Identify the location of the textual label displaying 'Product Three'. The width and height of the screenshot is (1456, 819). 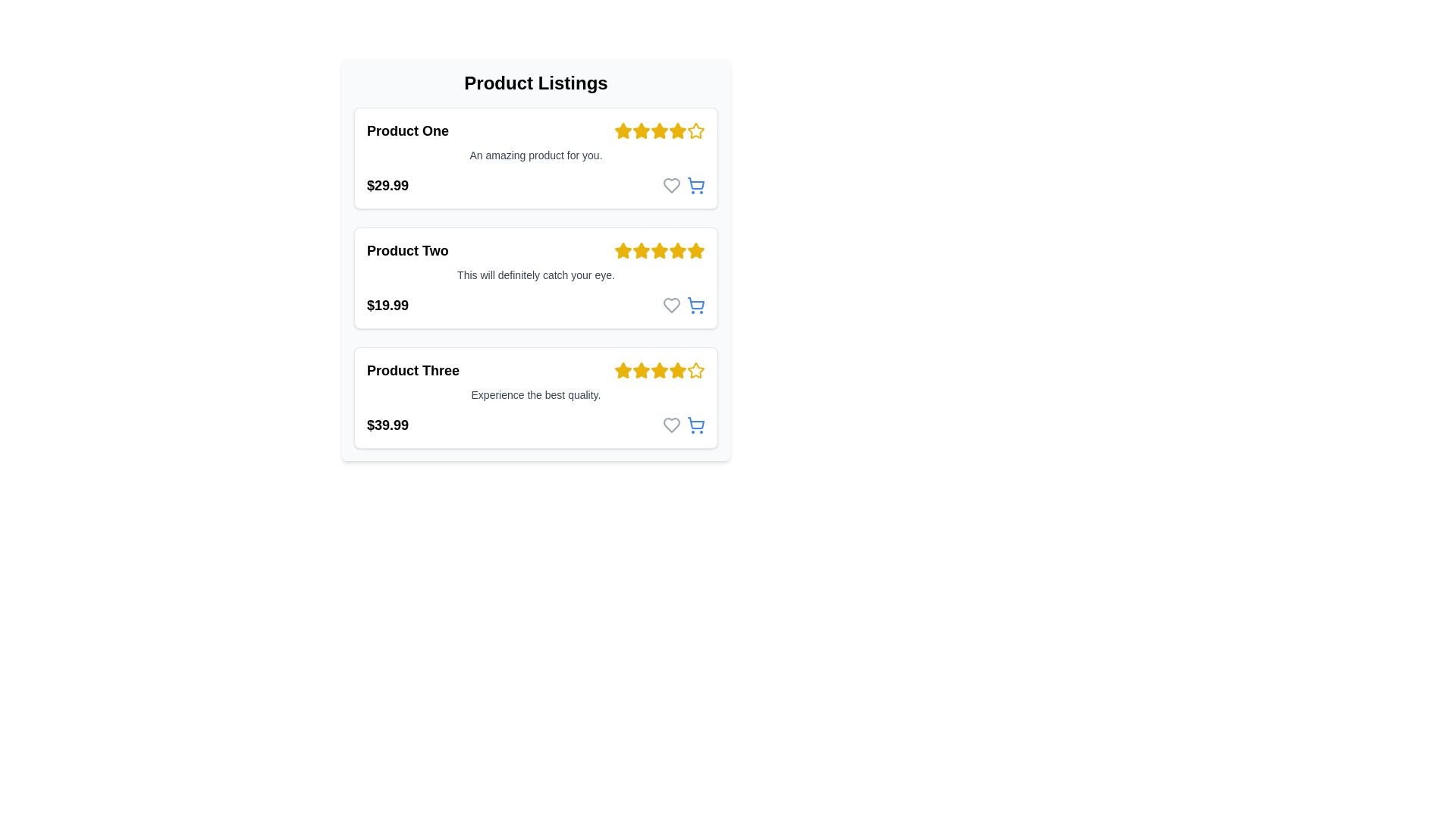
(413, 371).